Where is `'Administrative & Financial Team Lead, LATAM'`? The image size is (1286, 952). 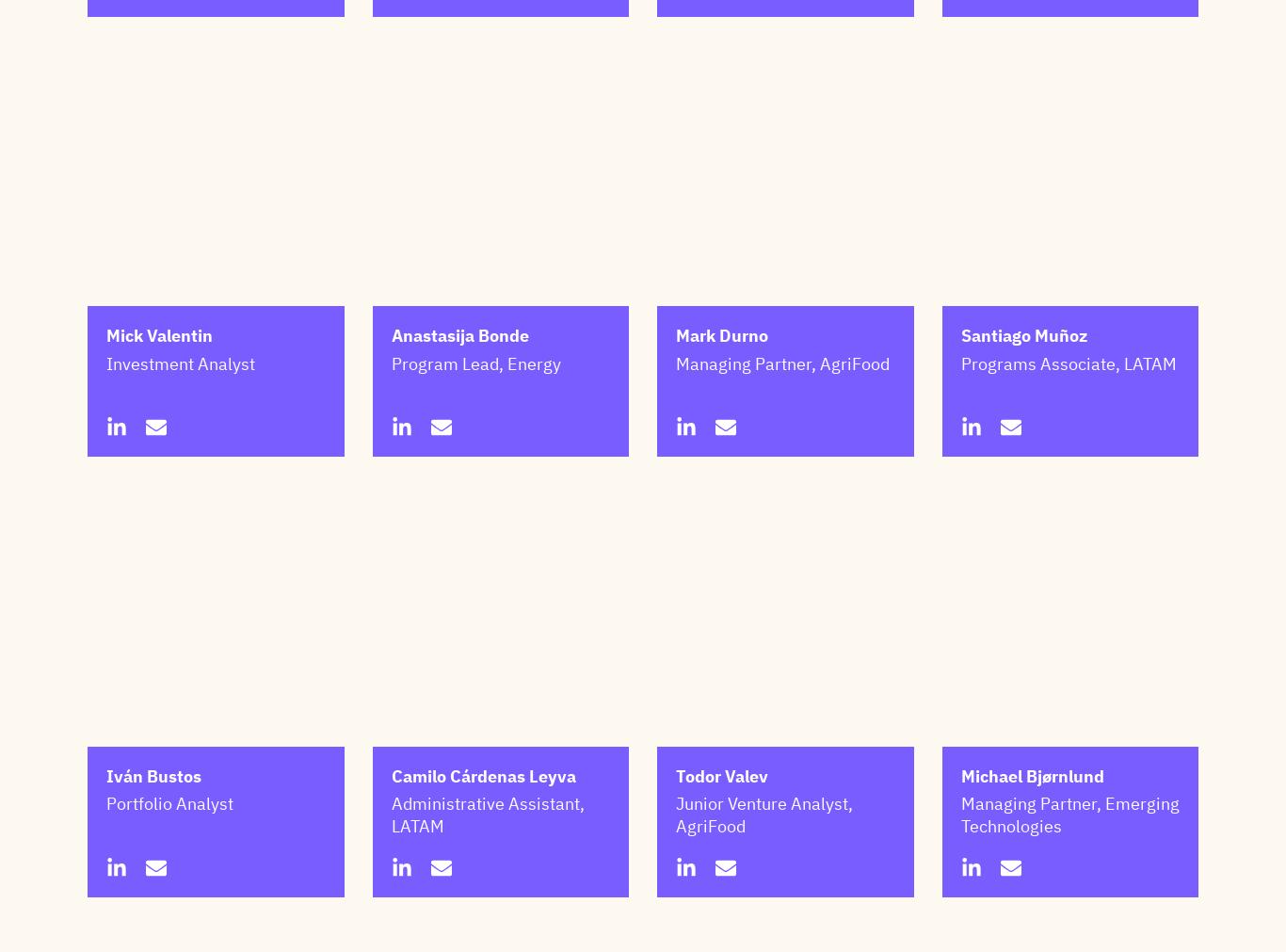
'Administrative & Financial Team Lead, LATAM' is located at coordinates (675, 27).